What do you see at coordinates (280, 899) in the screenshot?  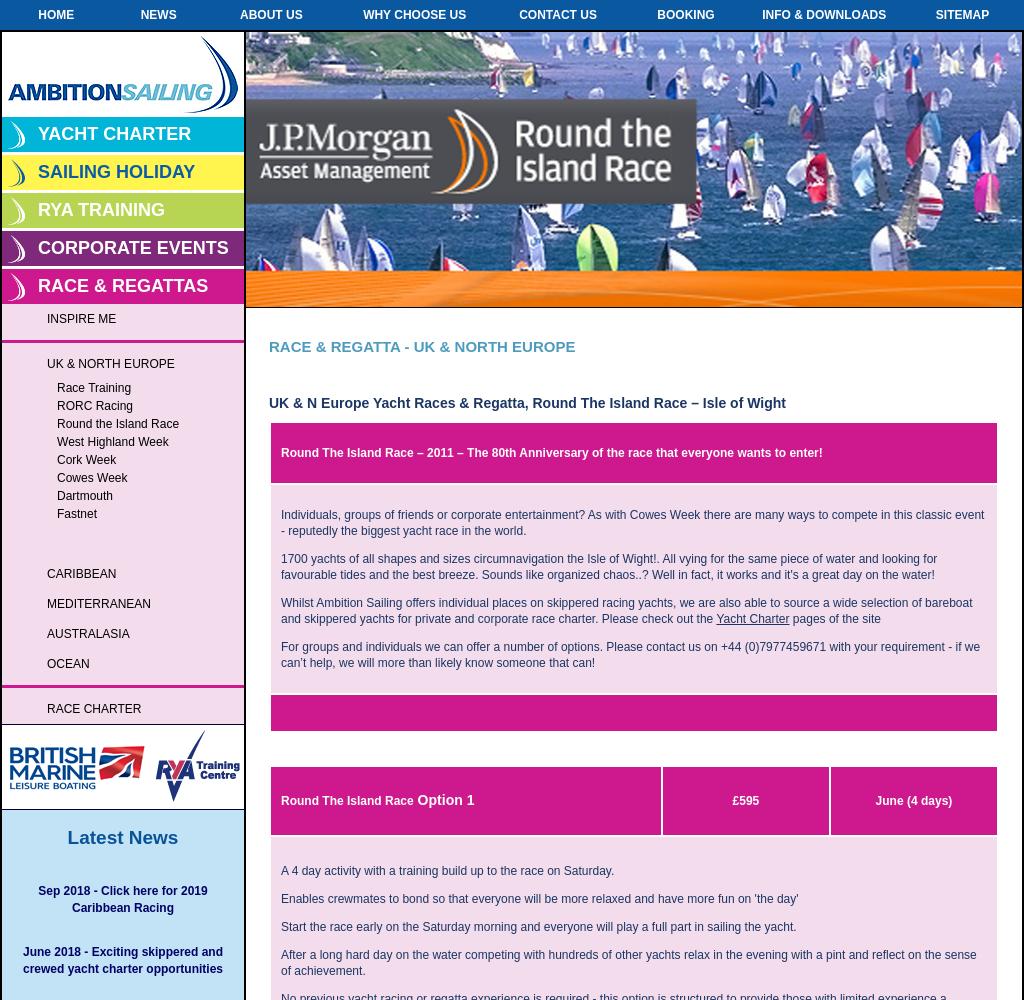 I see `'Enables crewmates to bond so that everyone will be more relaxed and have more fun on 'the day''` at bounding box center [280, 899].